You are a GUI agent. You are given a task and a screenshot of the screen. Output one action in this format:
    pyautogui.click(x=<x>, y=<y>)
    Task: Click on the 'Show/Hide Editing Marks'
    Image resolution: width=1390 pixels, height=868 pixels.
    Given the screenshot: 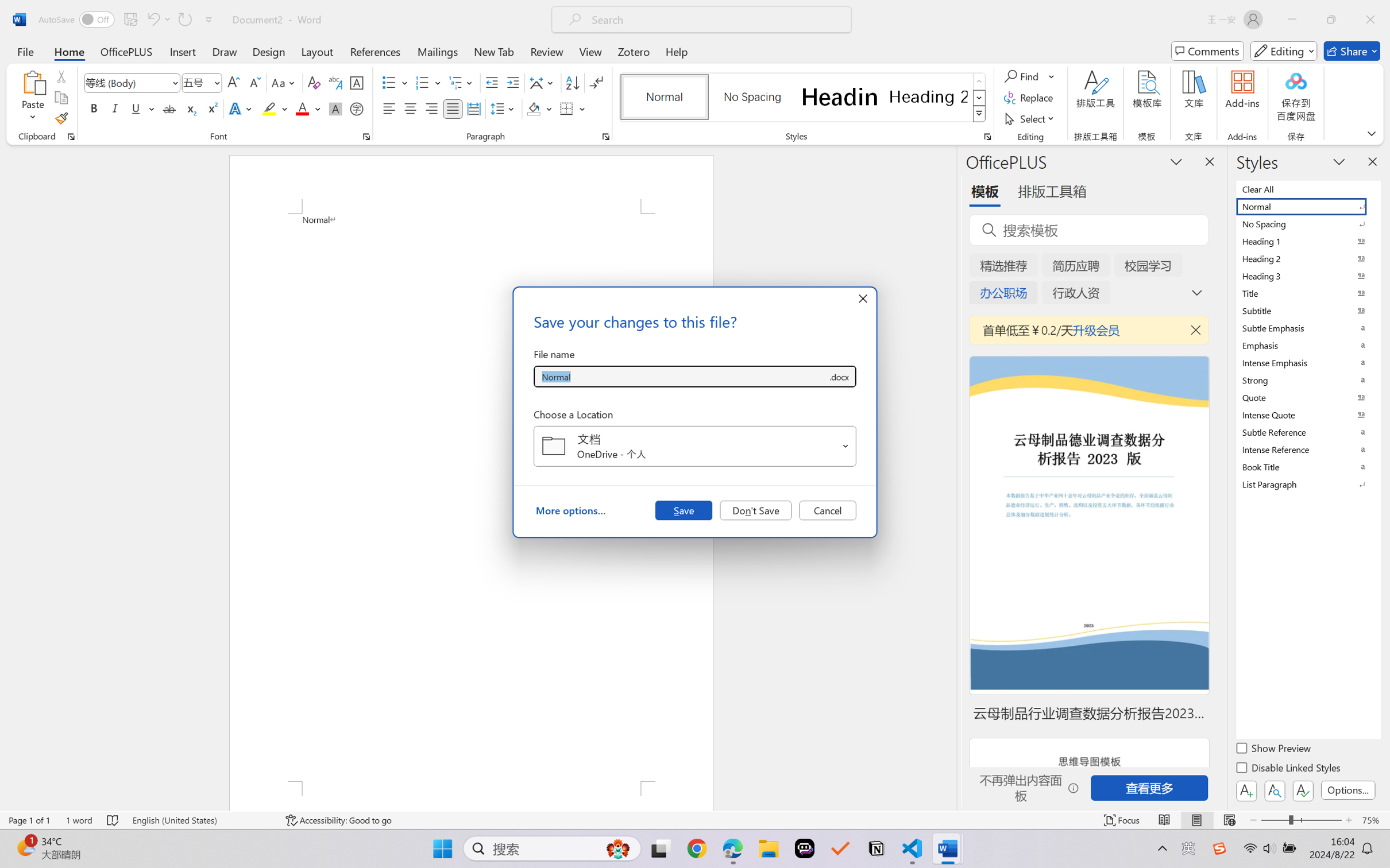 What is the action you would take?
    pyautogui.click(x=596, y=83)
    